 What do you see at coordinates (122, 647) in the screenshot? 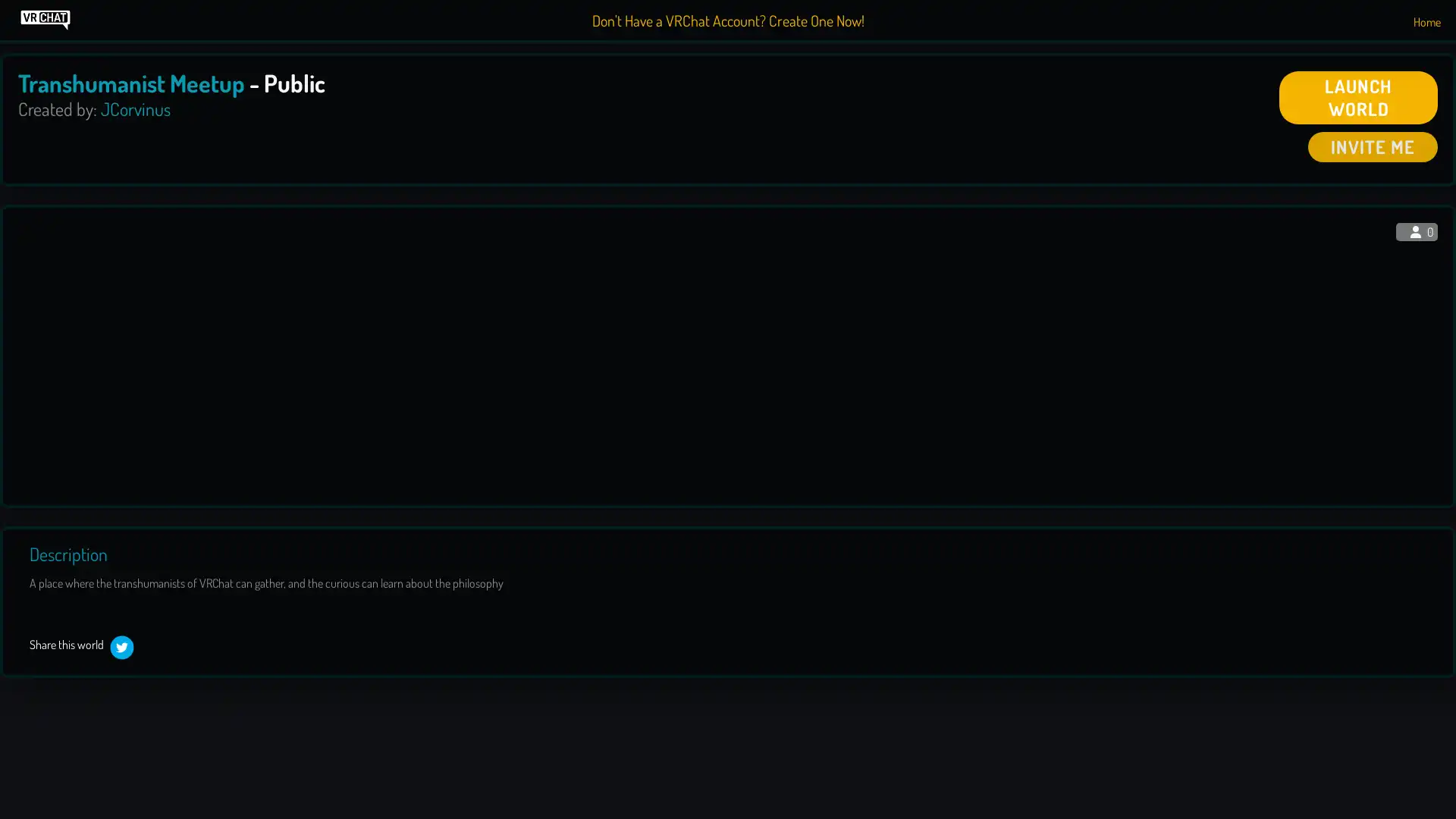
I see `twitter` at bounding box center [122, 647].